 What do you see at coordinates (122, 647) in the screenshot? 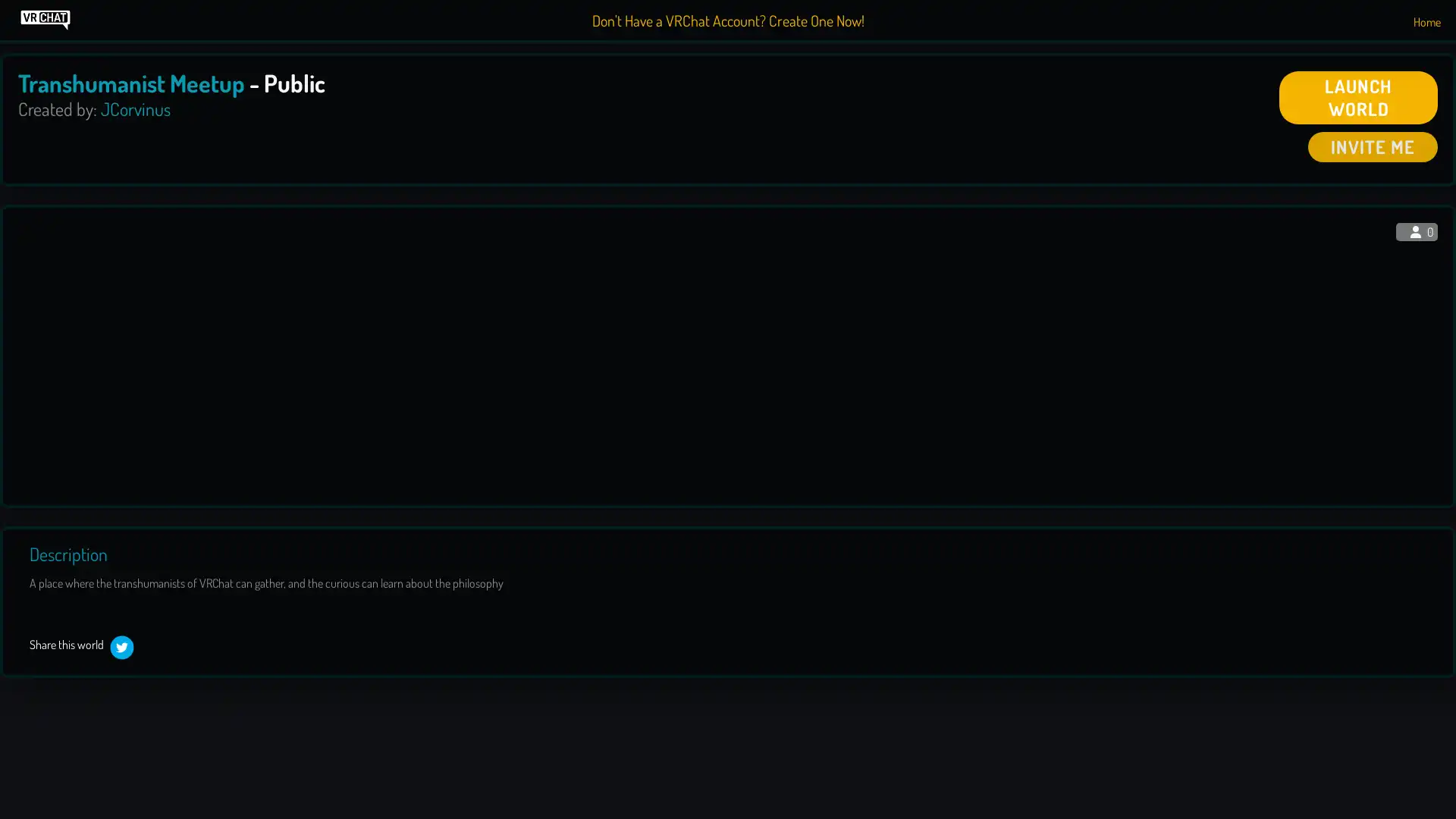
I see `twitter` at bounding box center [122, 647].